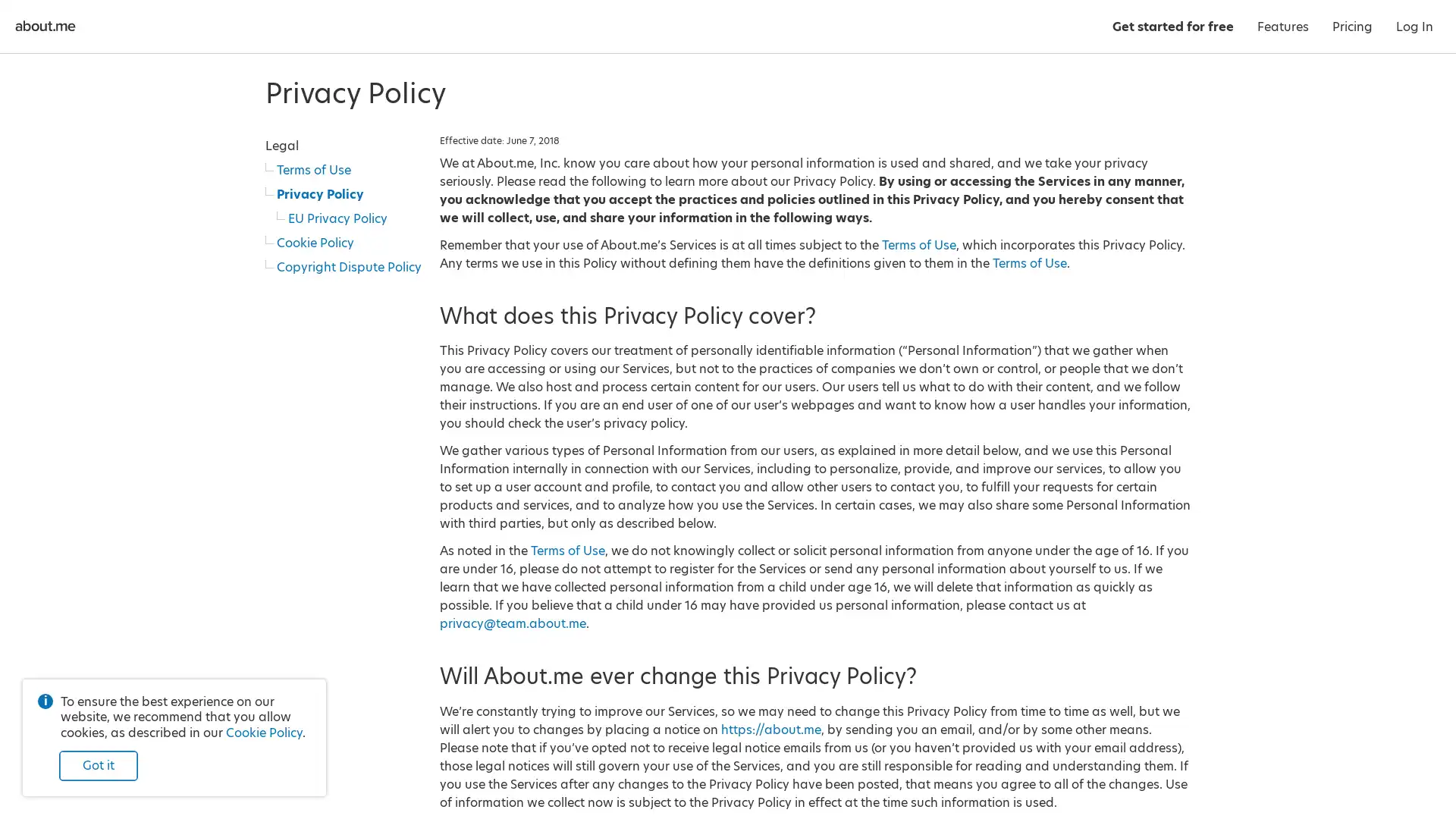 Image resolution: width=1456 pixels, height=819 pixels. I want to click on Got it, so click(97, 766).